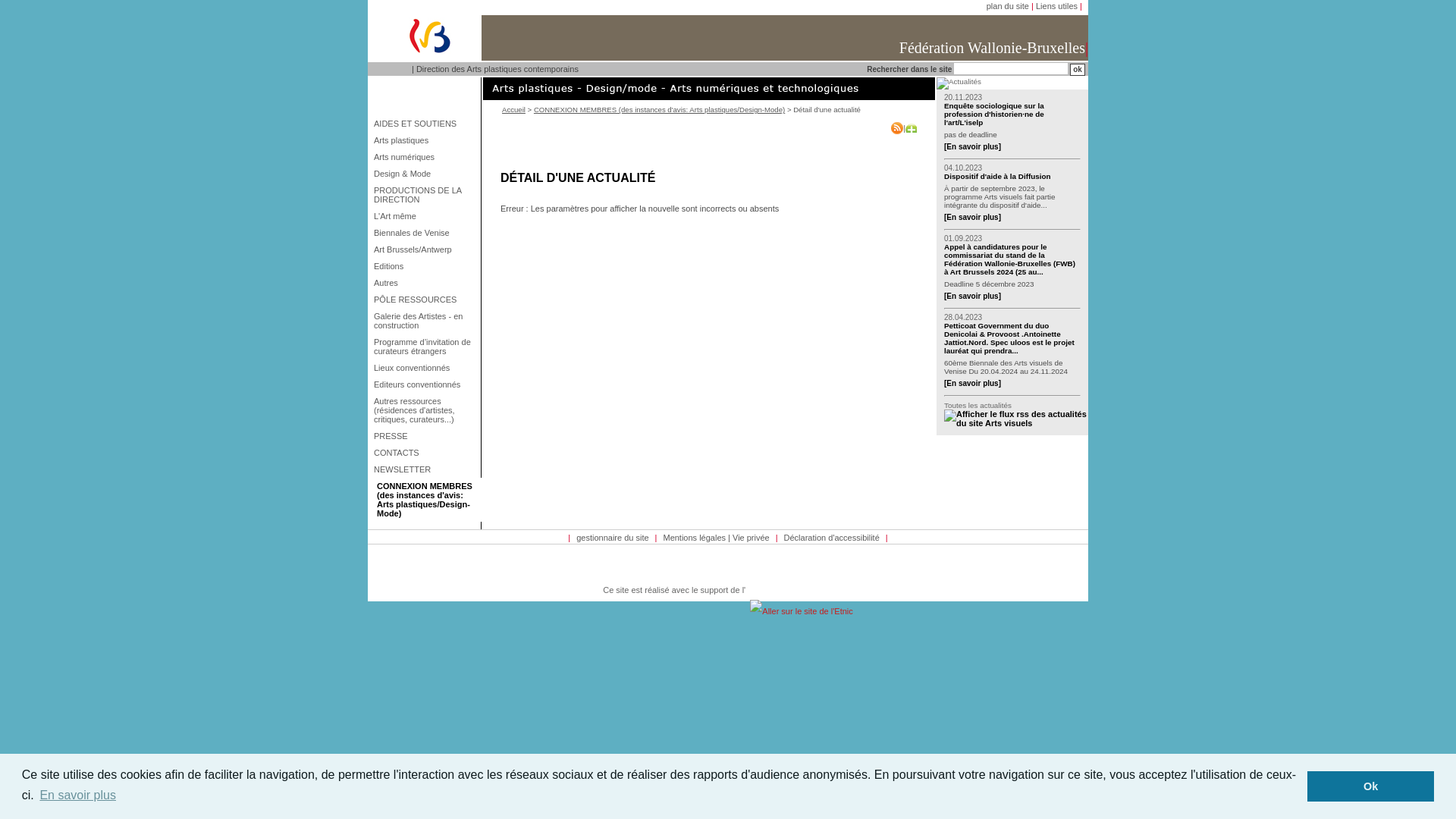 The height and width of the screenshot is (819, 1456). What do you see at coordinates (425, 122) in the screenshot?
I see `'AIDES ET SOUTIENS'` at bounding box center [425, 122].